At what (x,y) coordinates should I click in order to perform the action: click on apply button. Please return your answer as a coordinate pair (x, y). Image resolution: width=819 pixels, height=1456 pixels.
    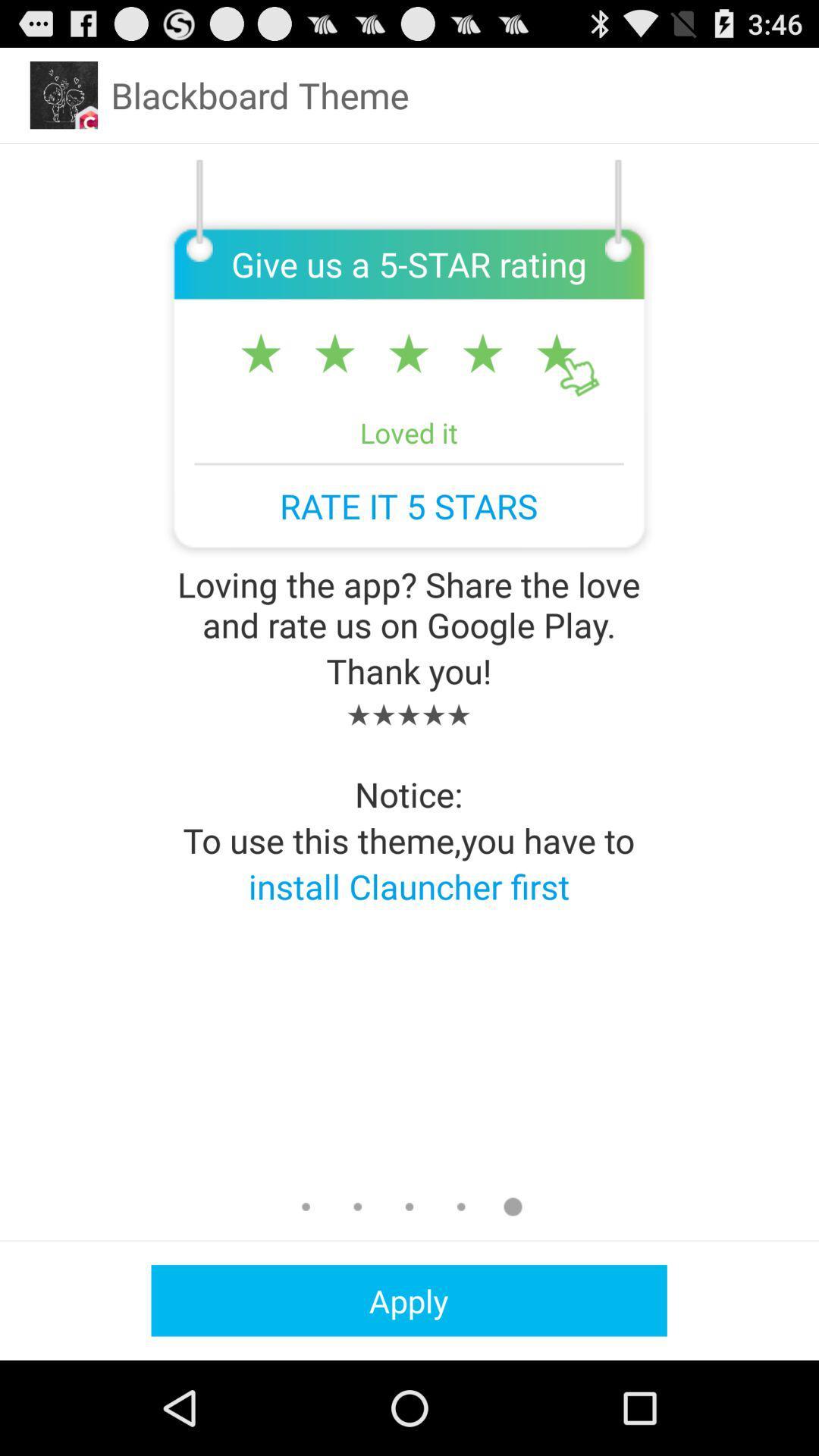
    Looking at the image, I should click on (408, 1300).